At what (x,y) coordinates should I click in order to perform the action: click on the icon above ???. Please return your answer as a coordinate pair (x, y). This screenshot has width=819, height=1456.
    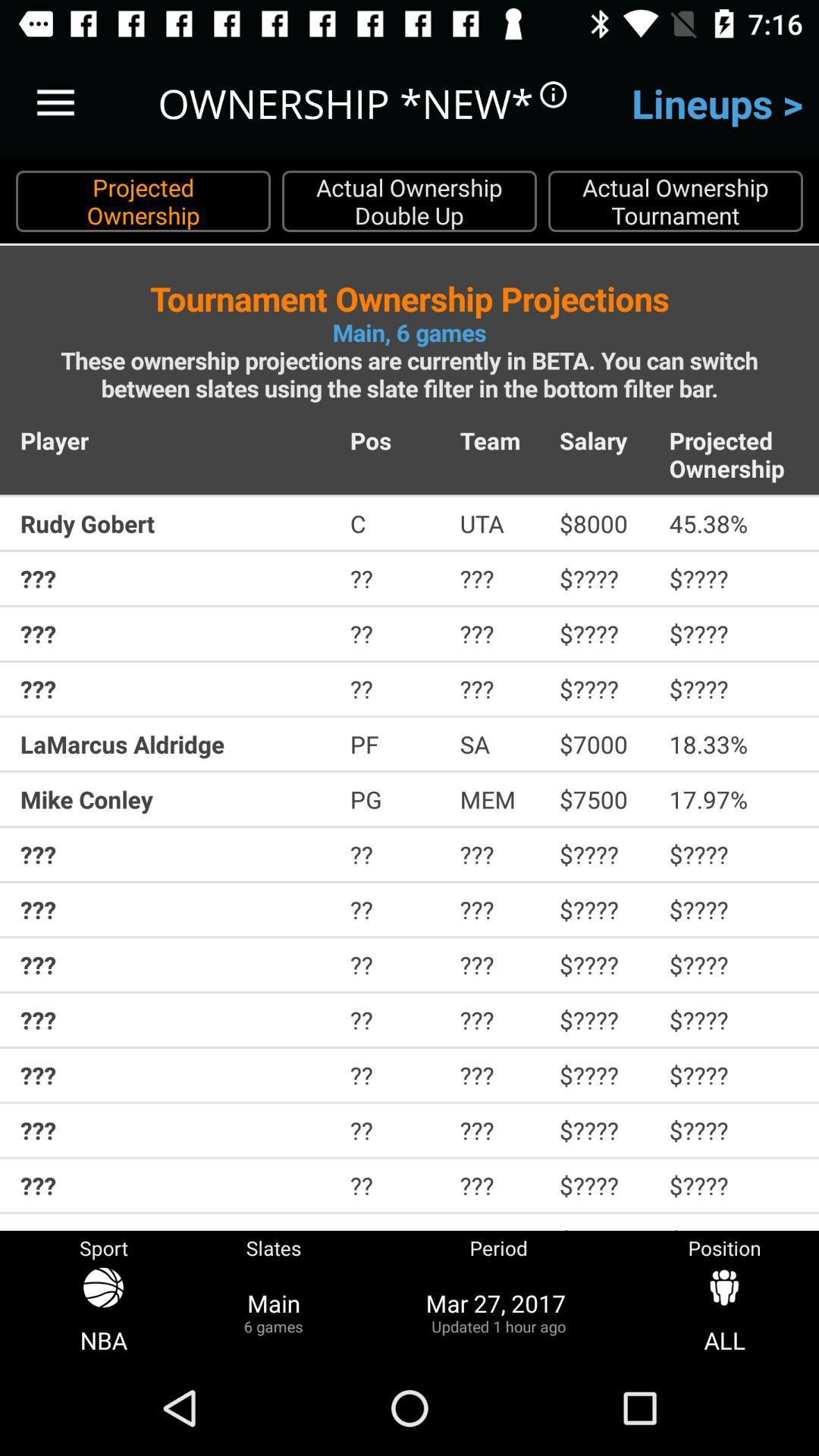
    Looking at the image, I should click on (394, 523).